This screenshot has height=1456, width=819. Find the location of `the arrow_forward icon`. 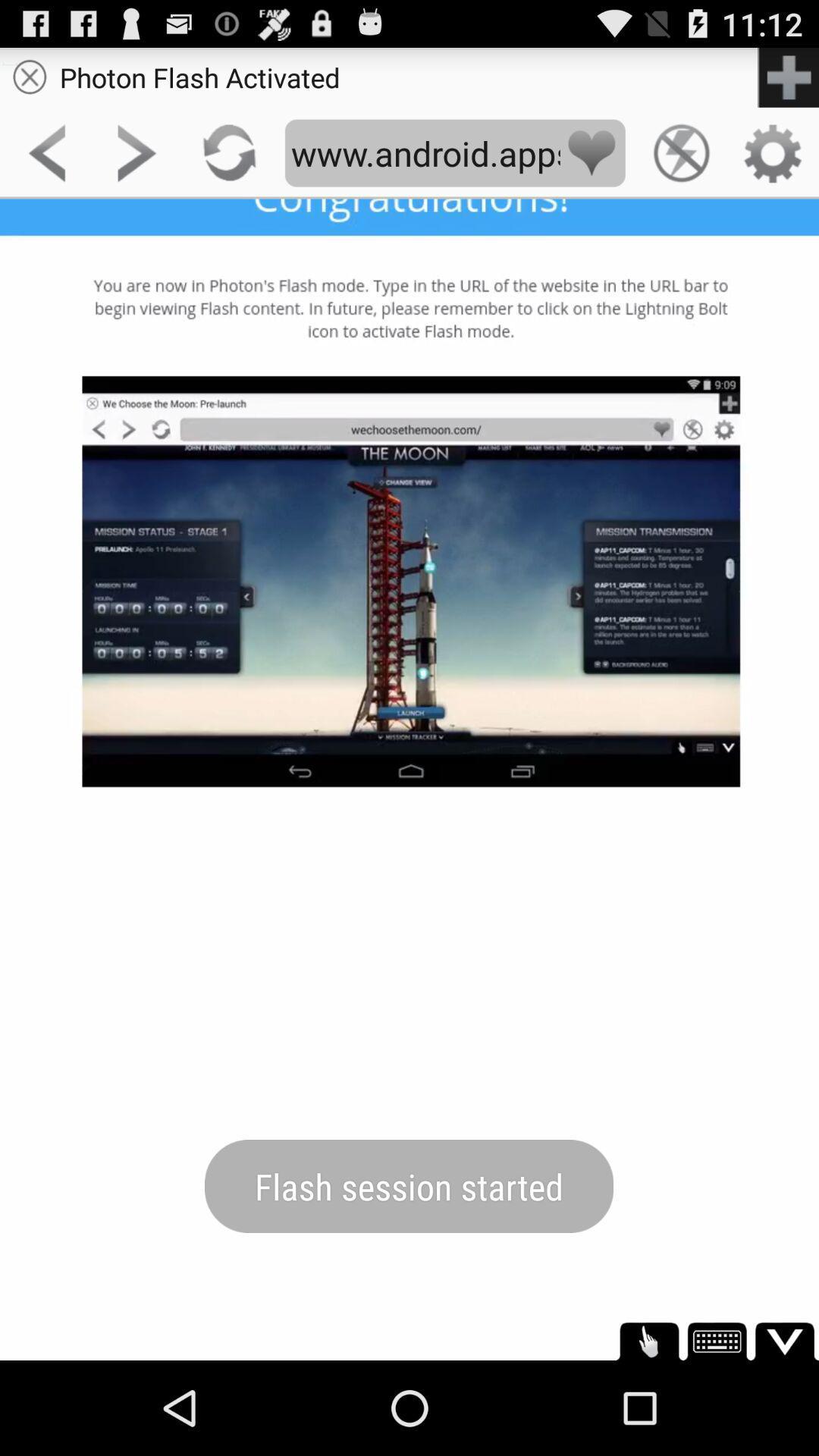

the arrow_forward icon is located at coordinates (137, 164).